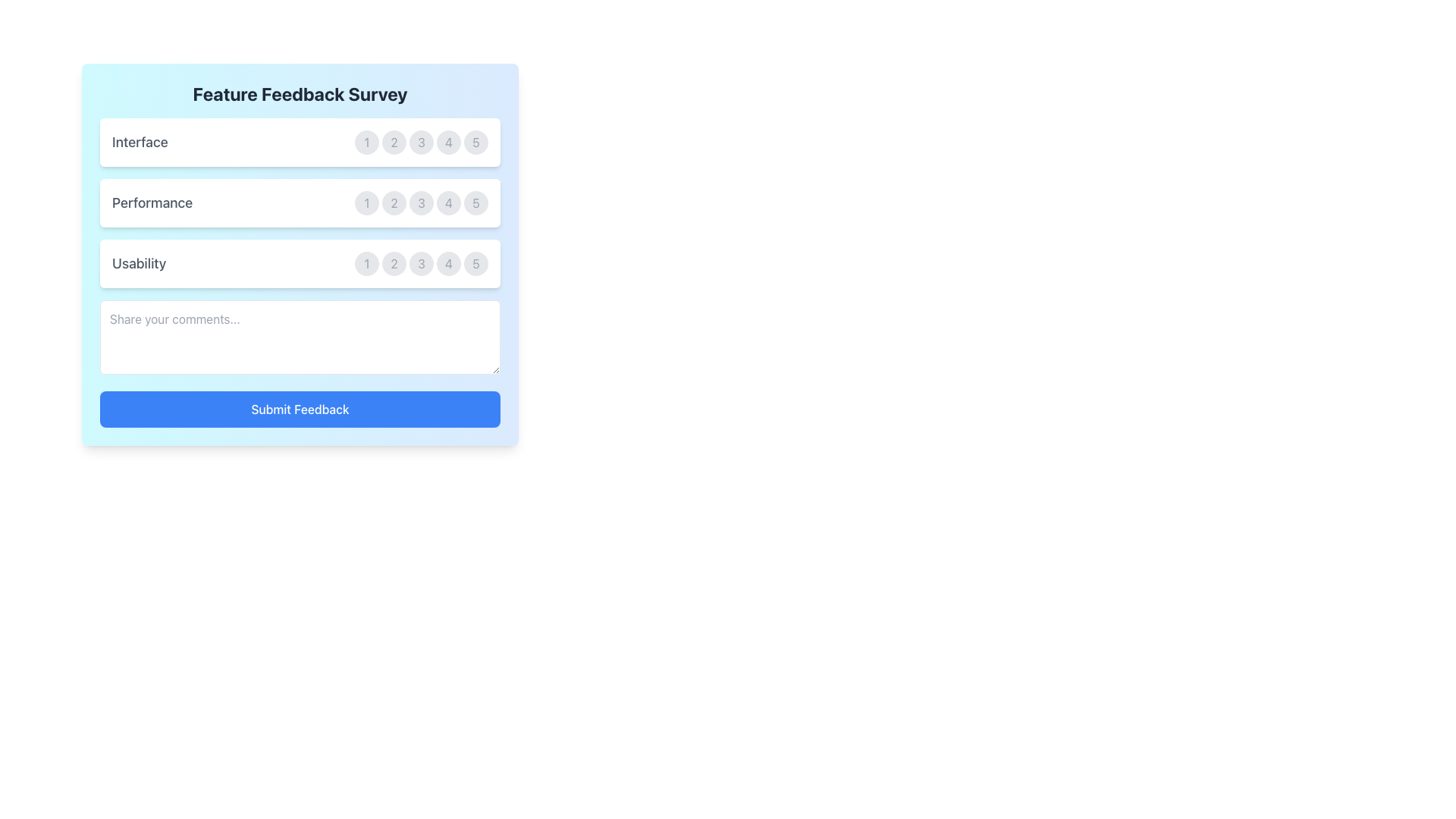  Describe the element at coordinates (367, 143) in the screenshot. I see `the circular button with a gray background and the number '1' to activate the hover effect` at that location.